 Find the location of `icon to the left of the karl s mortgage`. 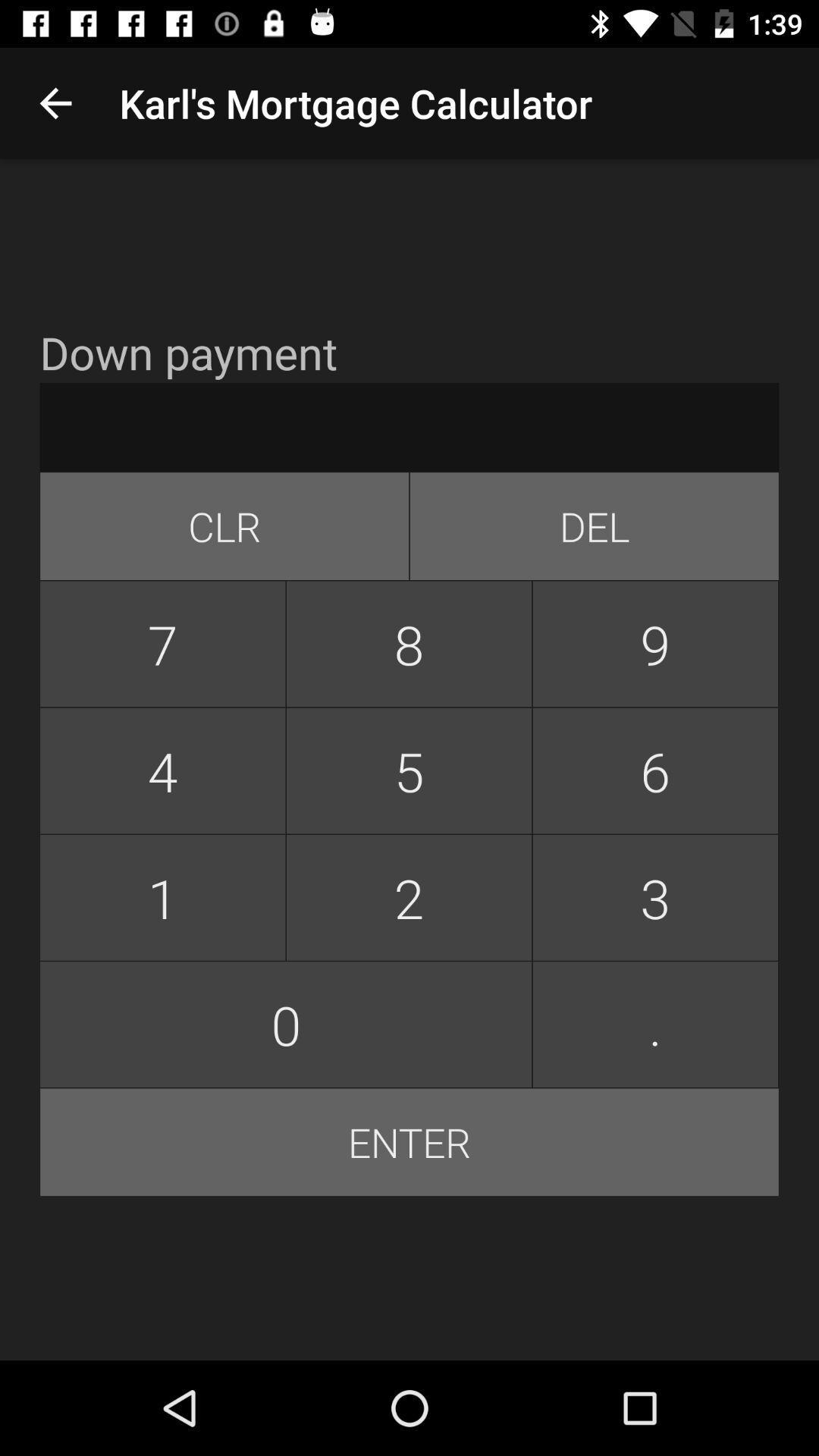

icon to the left of the karl s mortgage is located at coordinates (55, 102).